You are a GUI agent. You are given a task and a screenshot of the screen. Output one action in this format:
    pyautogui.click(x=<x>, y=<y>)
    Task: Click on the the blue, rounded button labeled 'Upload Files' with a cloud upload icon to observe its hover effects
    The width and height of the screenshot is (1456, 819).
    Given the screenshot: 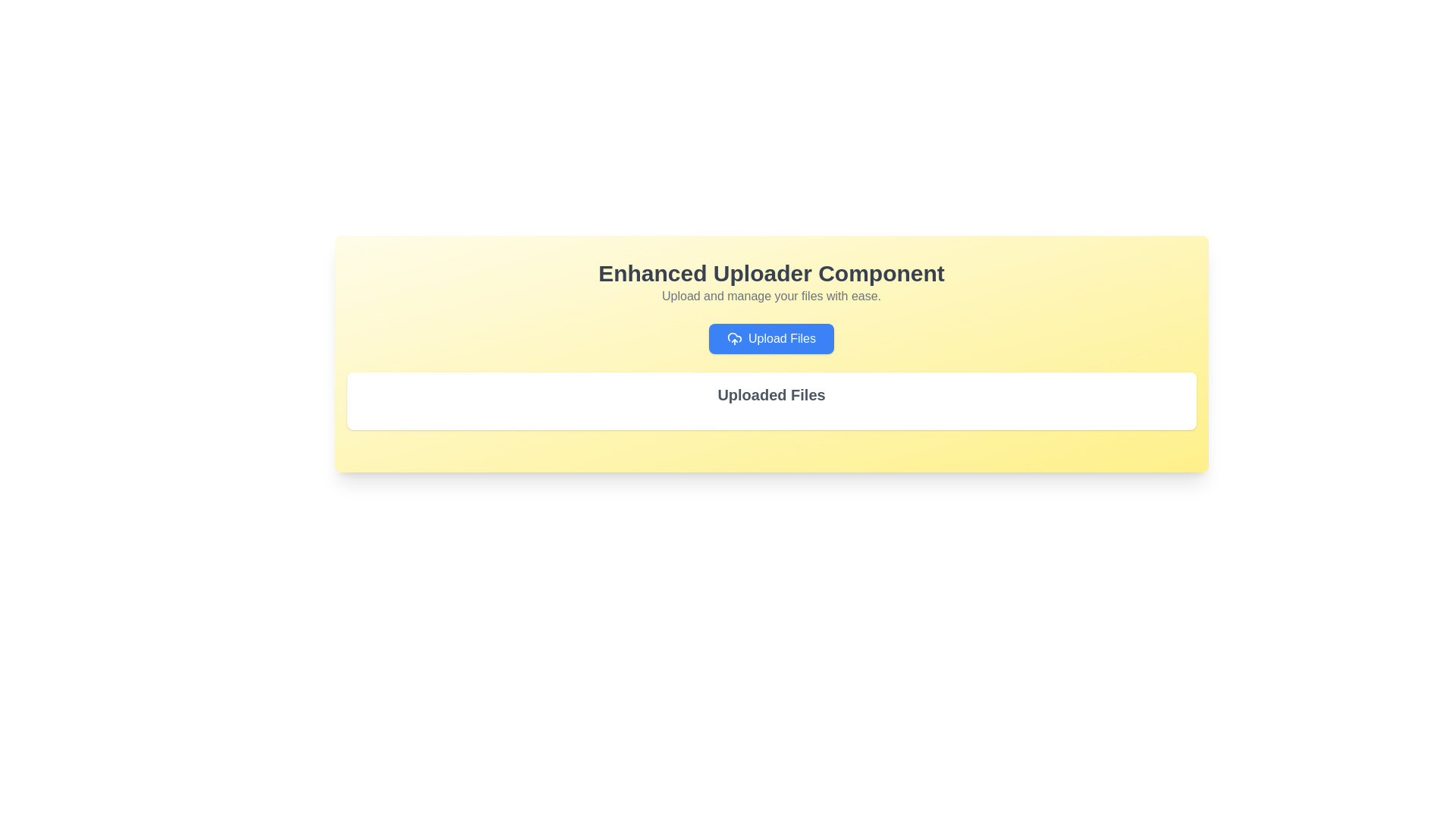 What is the action you would take?
    pyautogui.click(x=771, y=338)
    